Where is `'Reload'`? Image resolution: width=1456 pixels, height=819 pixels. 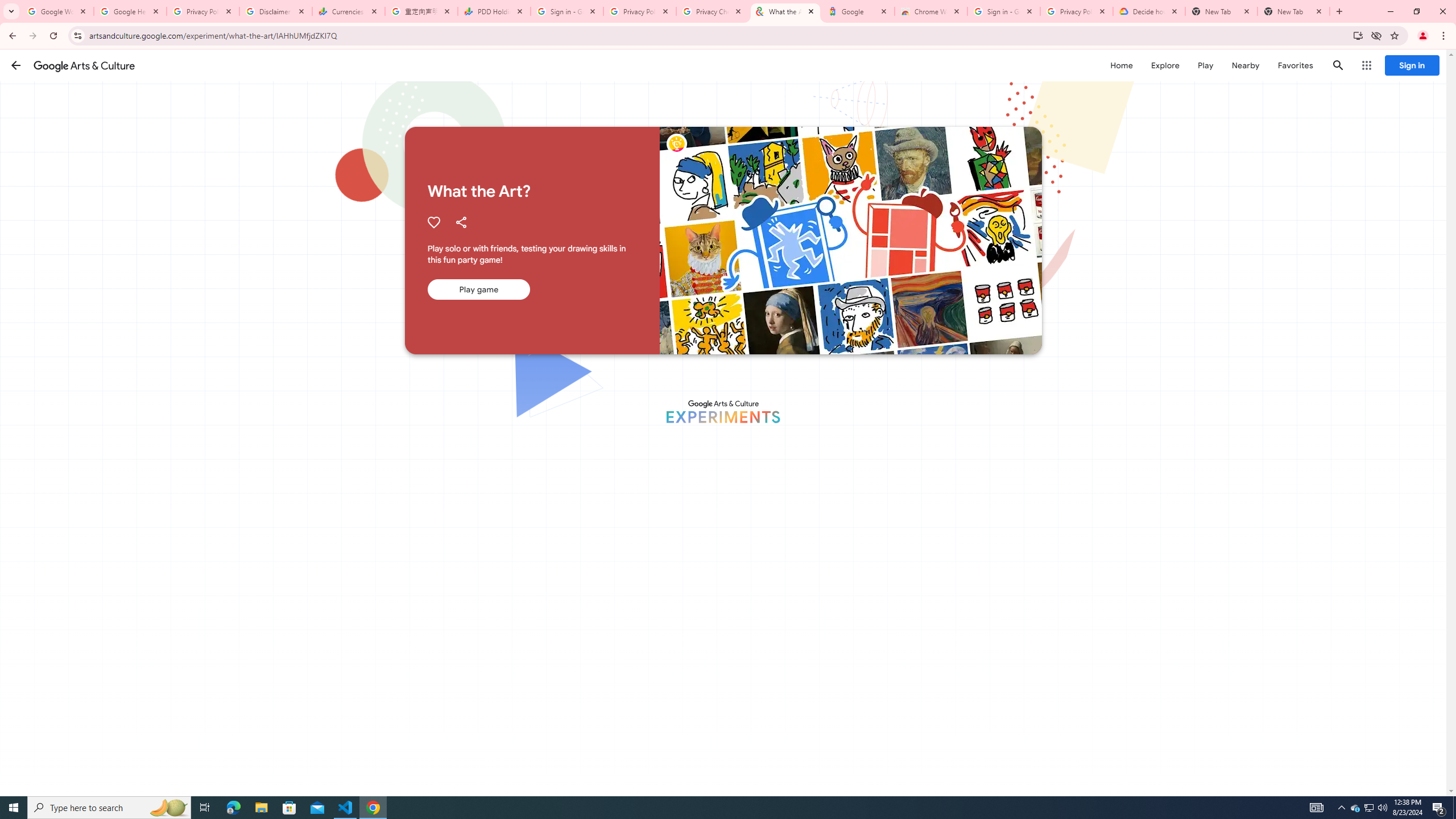
'Reload' is located at coordinates (53, 35).